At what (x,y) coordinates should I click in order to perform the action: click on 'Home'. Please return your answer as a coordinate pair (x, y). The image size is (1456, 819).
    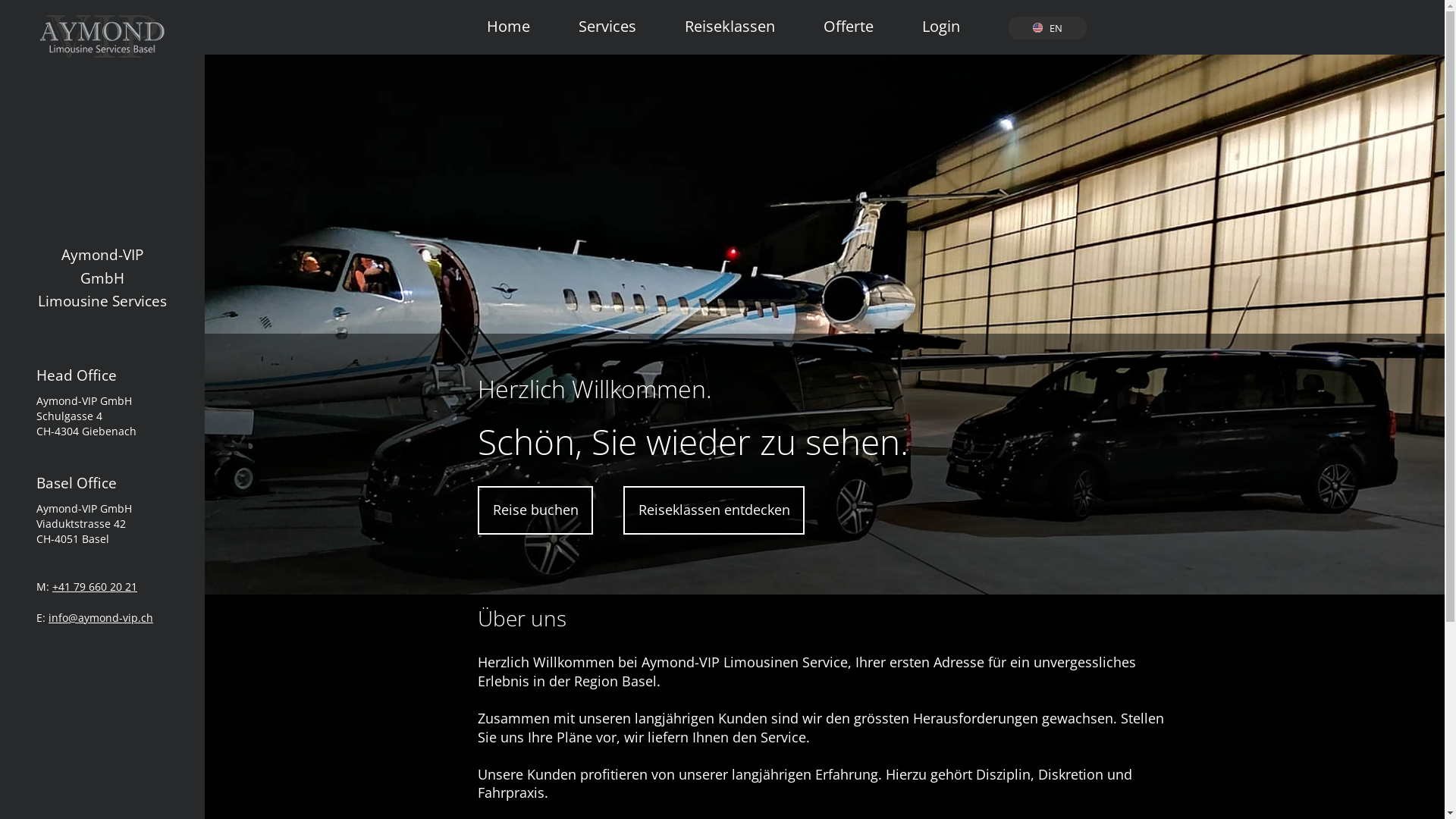
    Looking at the image, I should click on (508, 18).